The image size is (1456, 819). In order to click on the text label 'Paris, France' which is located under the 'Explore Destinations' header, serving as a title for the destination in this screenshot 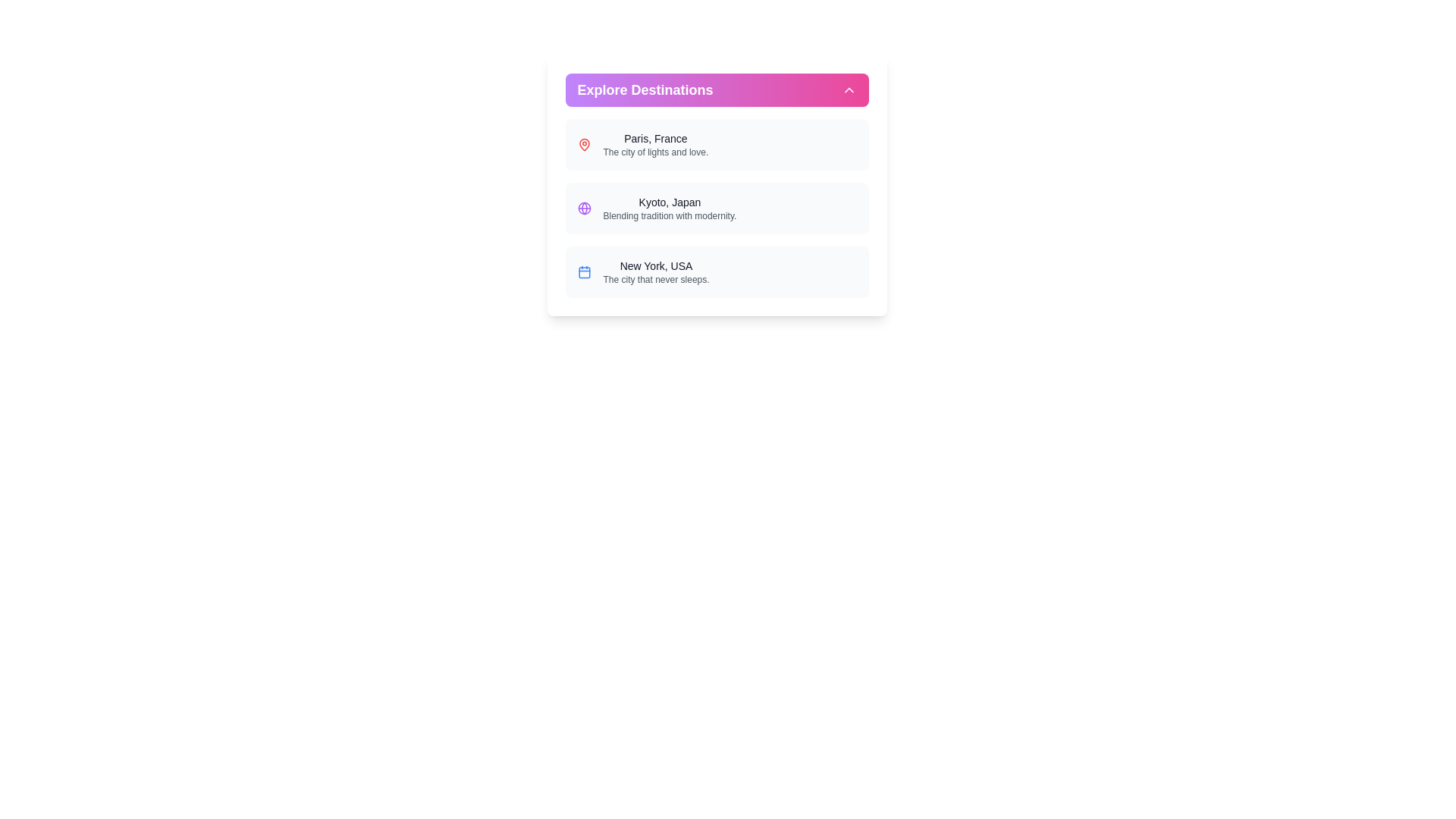, I will do `click(655, 138)`.